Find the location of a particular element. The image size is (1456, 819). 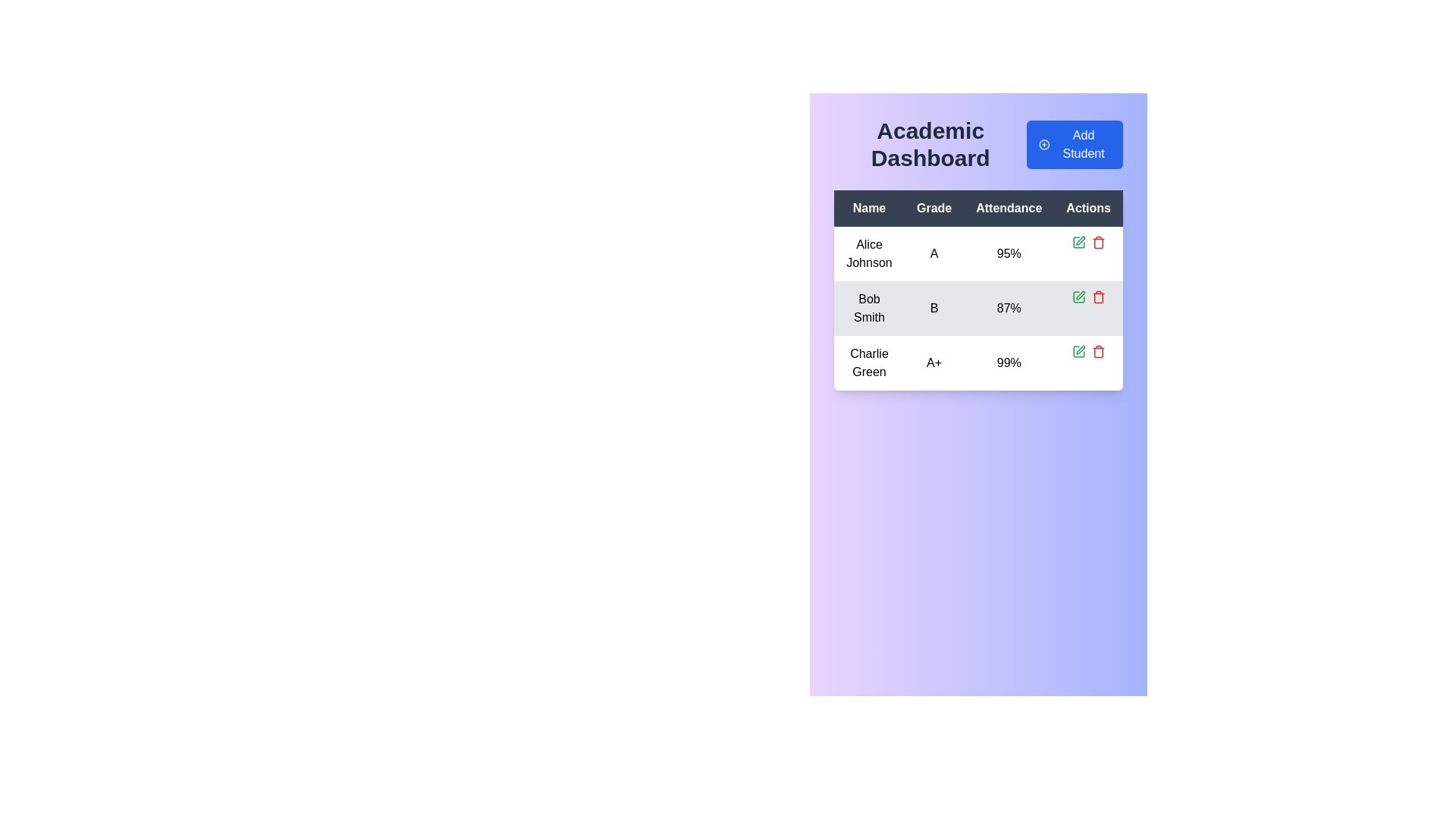

the pencil icon in the 'Actions' column of the table is located at coordinates (1079, 295).